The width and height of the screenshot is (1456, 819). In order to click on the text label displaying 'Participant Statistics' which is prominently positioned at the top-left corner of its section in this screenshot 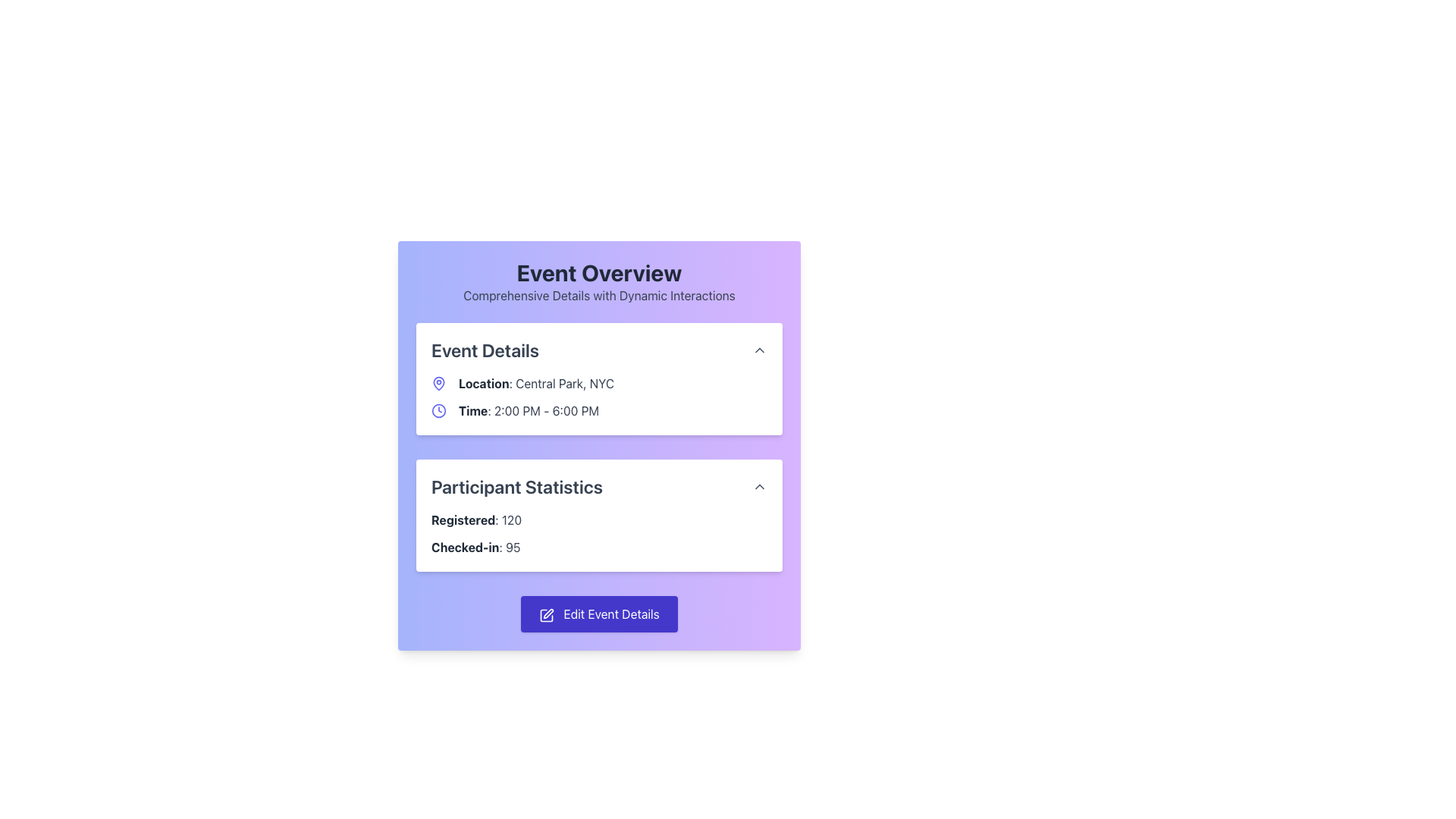, I will do `click(516, 486)`.